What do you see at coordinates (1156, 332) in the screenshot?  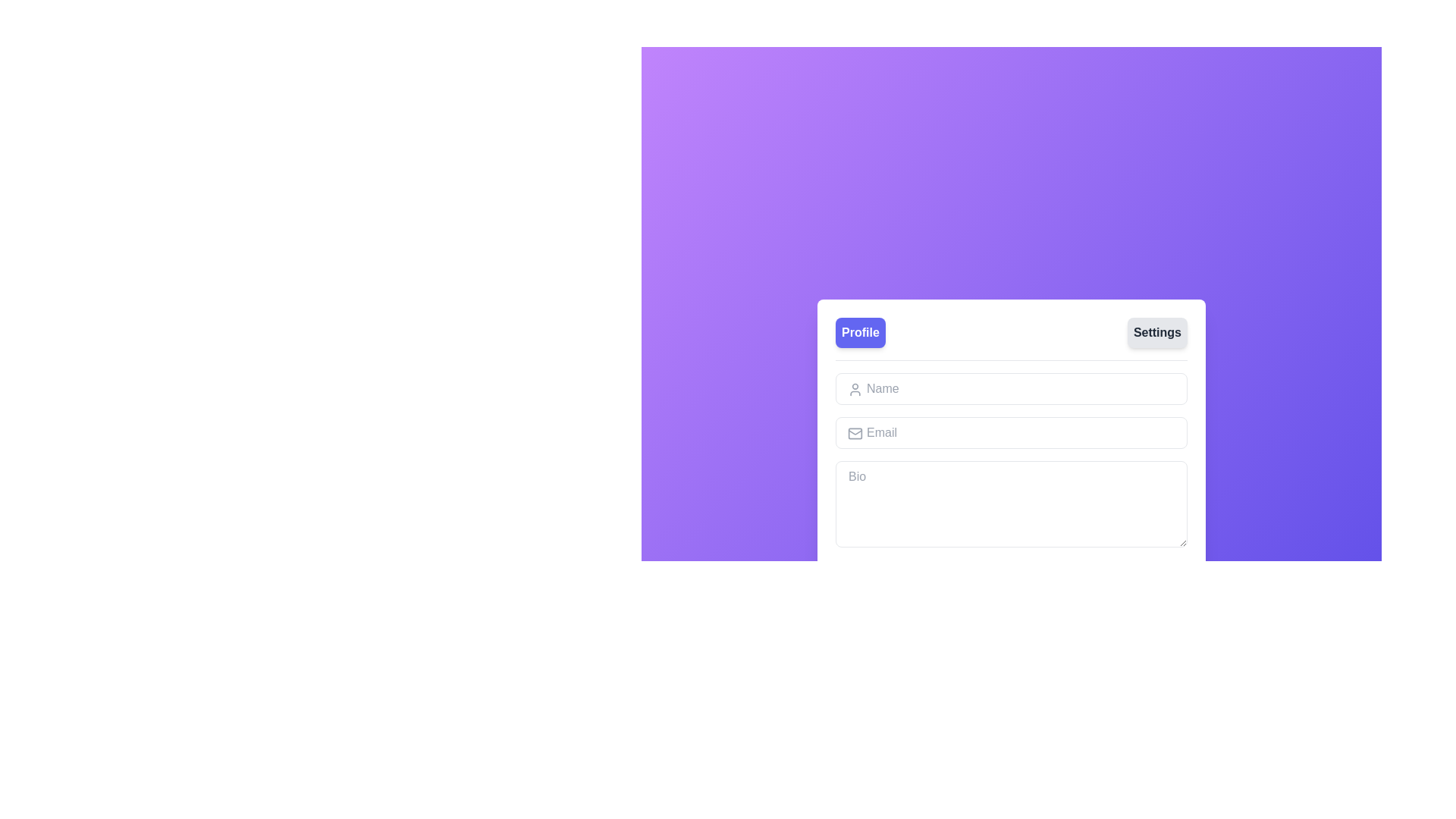 I see `the 'Settings' button, which is a rectangular button with rounded corners, gray background, and bold black text` at bounding box center [1156, 332].